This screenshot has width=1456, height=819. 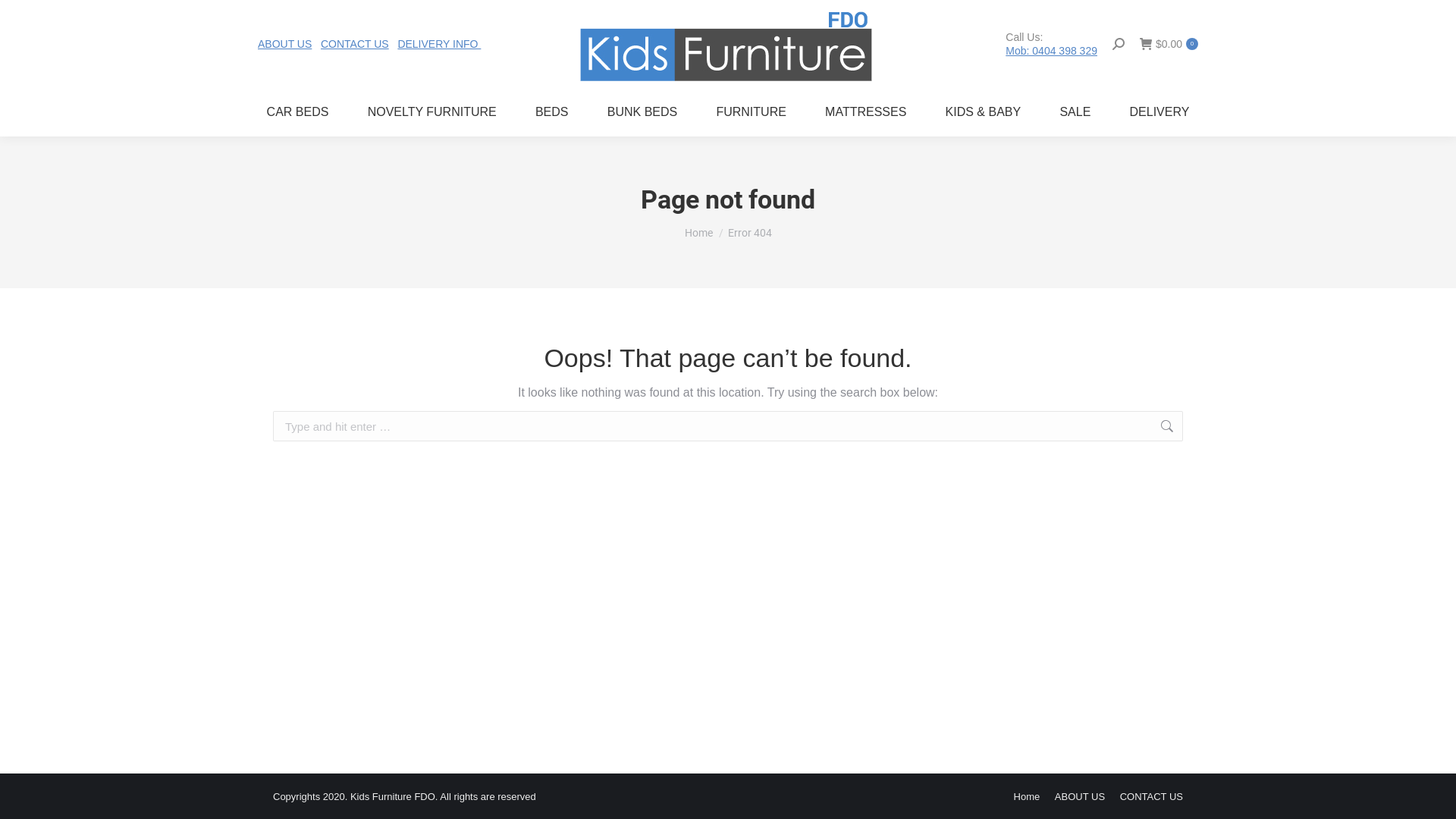 I want to click on 'Go!', so click(x=24, y=17).